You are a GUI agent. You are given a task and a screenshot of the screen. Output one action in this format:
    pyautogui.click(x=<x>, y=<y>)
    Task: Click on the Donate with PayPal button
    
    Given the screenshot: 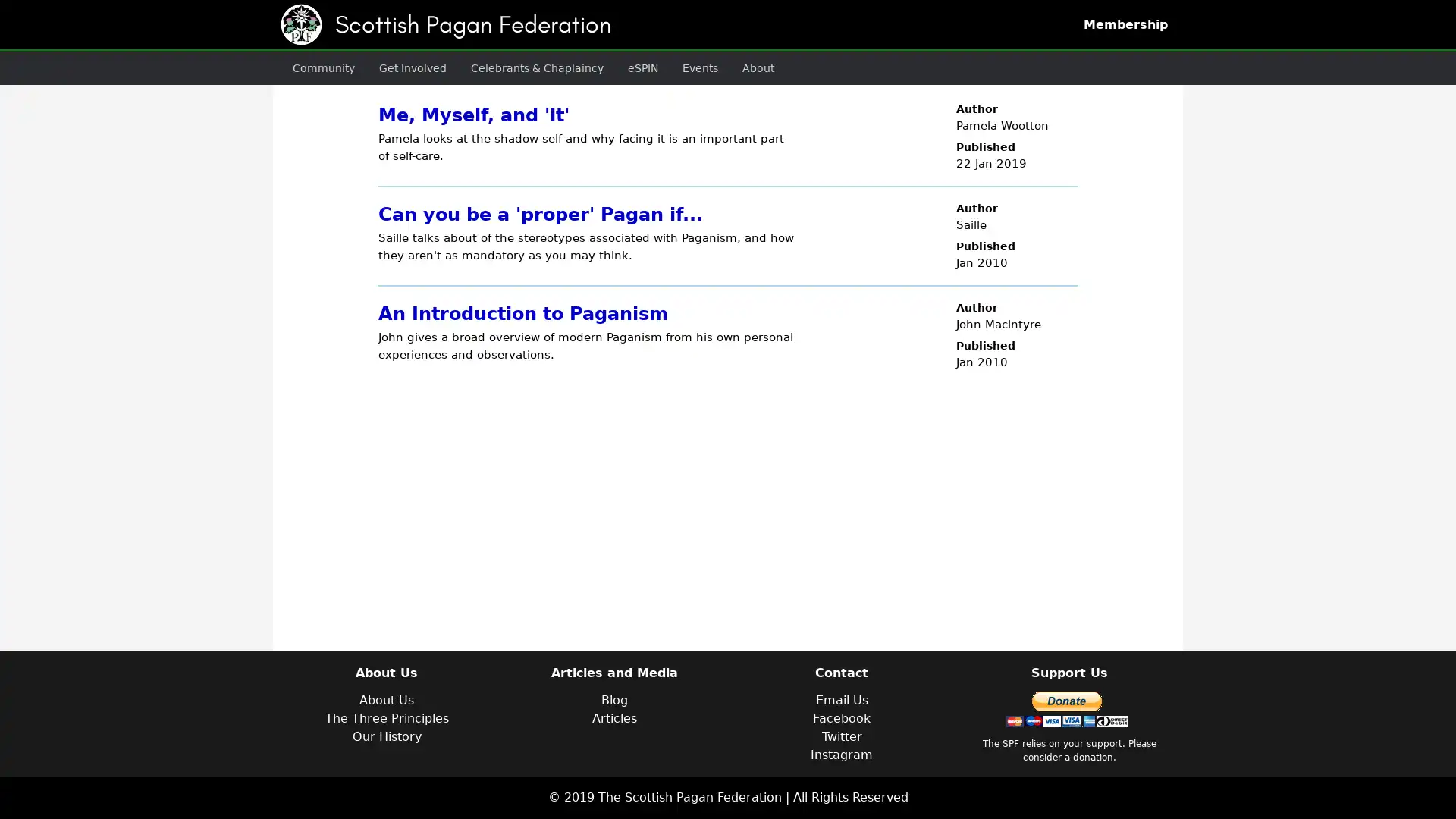 What is the action you would take?
    pyautogui.click(x=1065, y=709)
    